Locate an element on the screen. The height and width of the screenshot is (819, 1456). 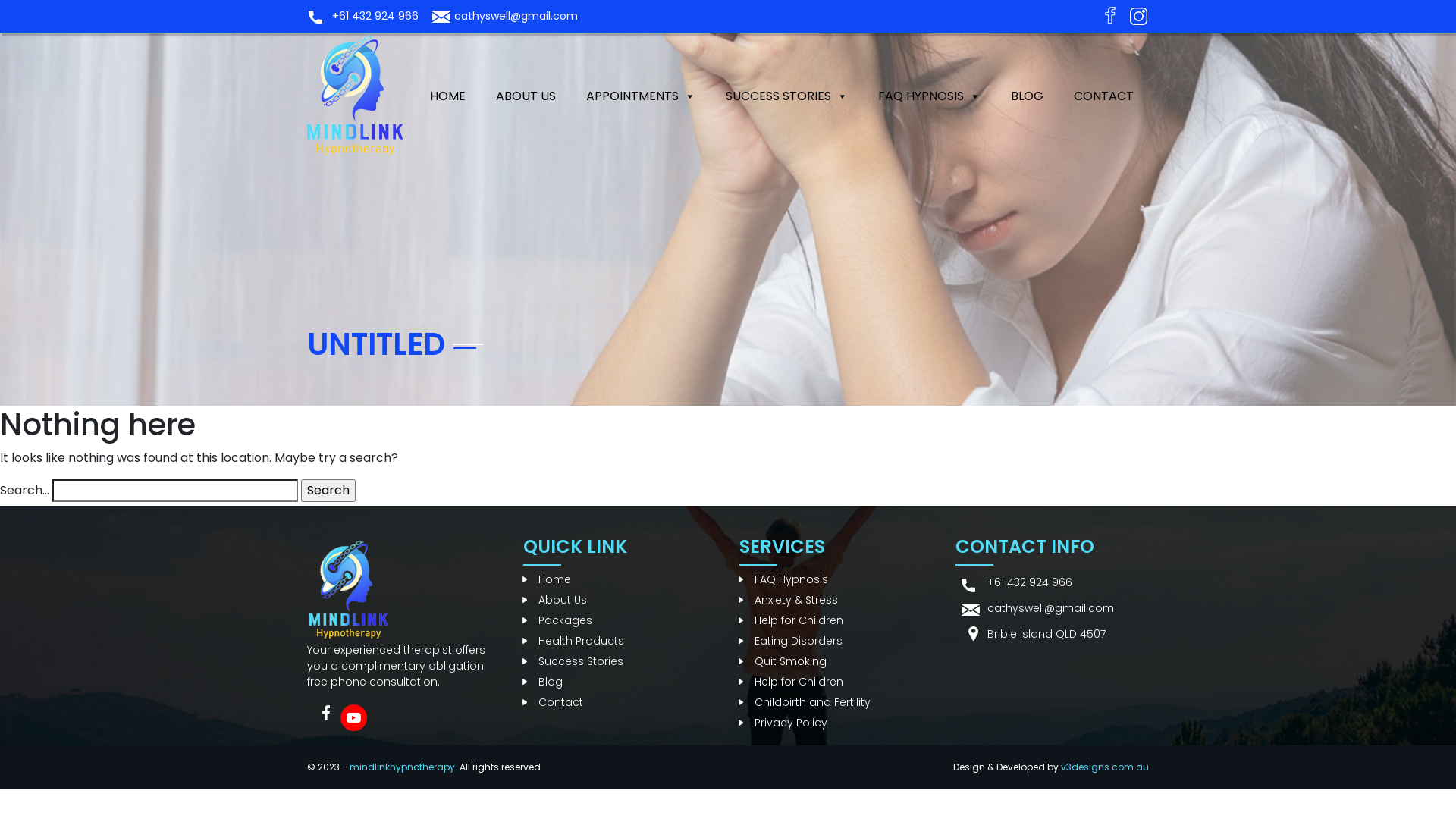
'BLOG' is located at coordinates (996, 96).